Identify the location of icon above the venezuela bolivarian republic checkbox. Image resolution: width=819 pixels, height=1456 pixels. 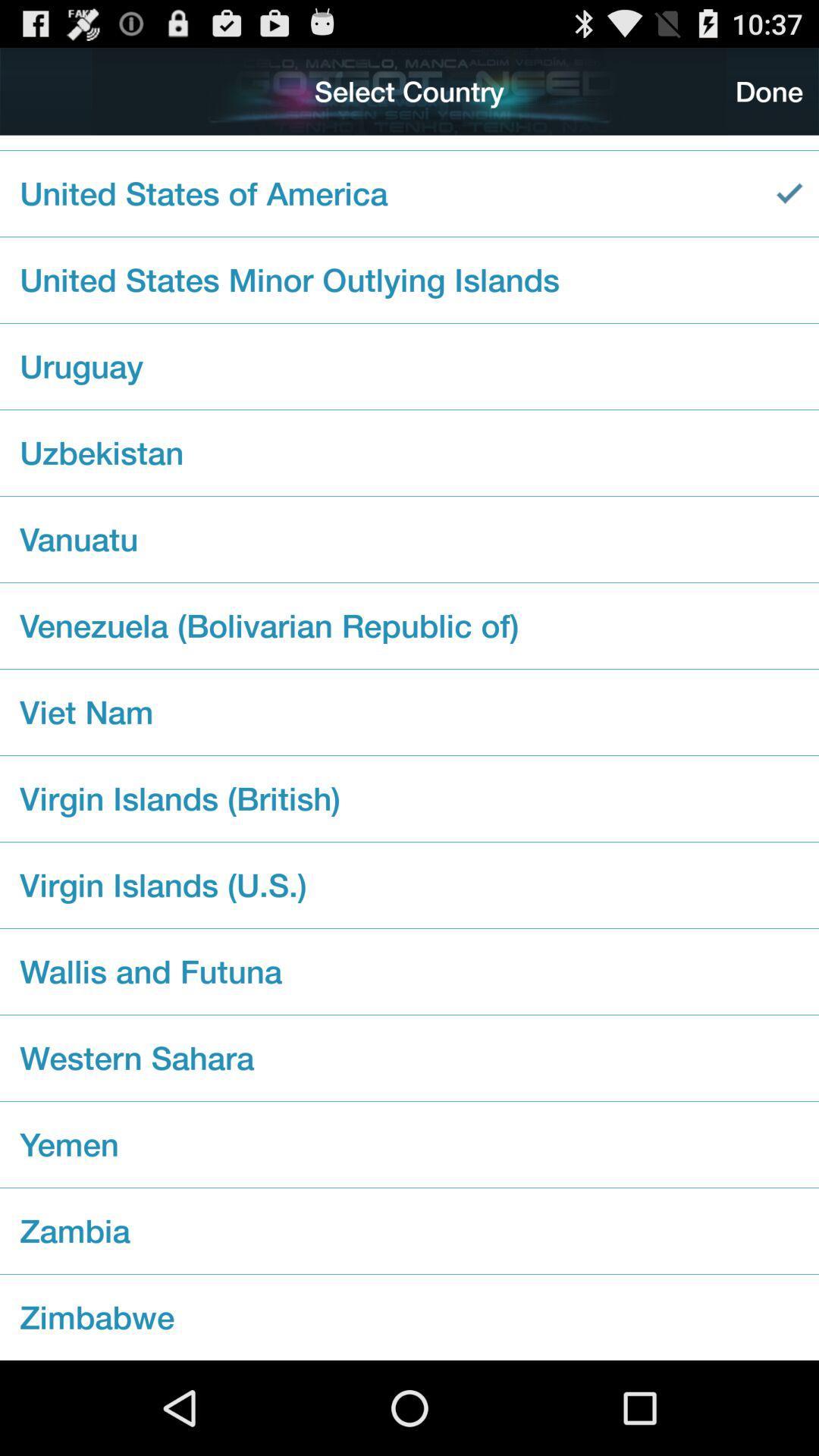
(409, 539).